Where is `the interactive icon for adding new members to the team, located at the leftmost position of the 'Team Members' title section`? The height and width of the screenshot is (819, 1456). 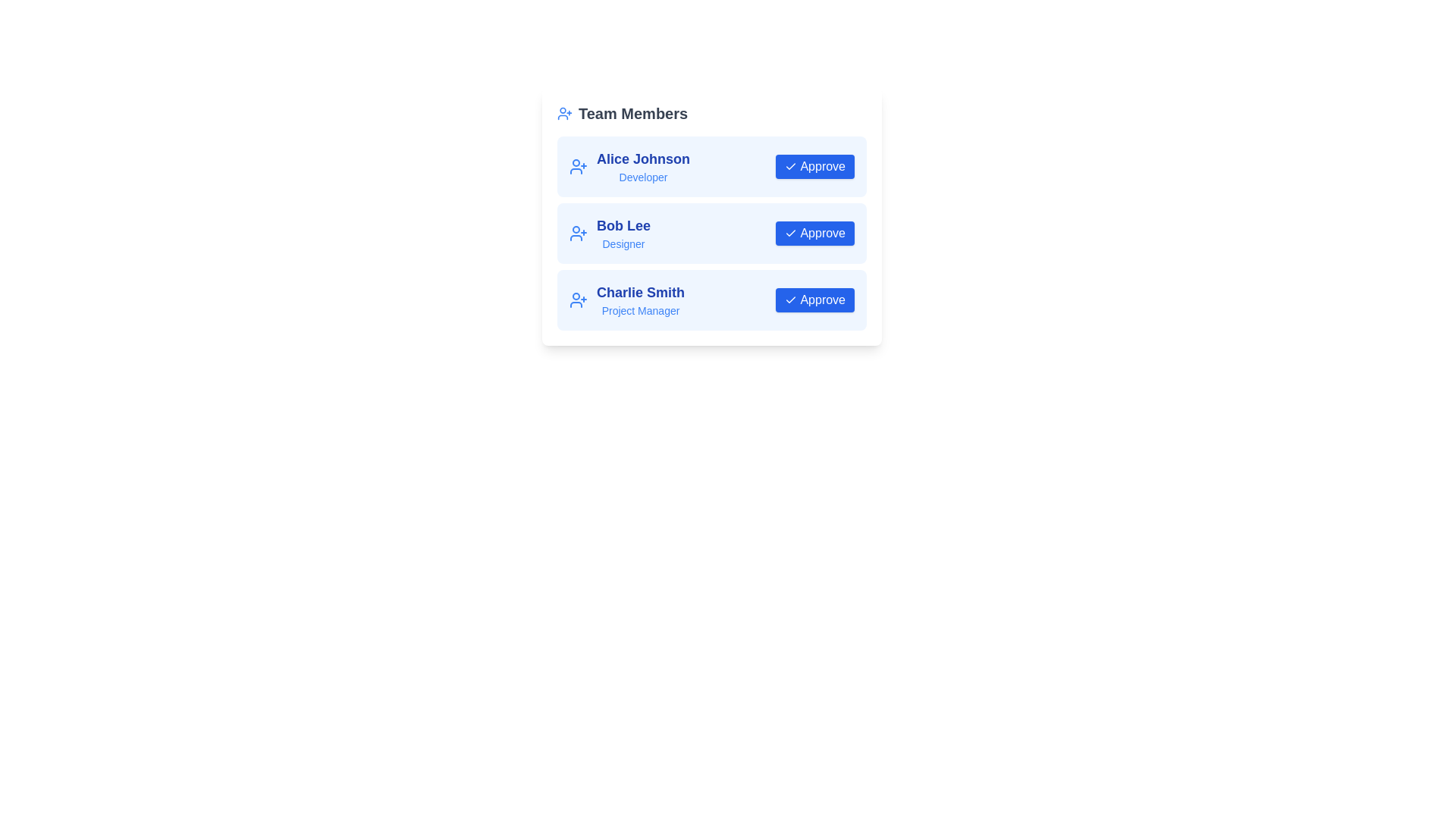
the interactive icon for adding new members to the team, located at the leftmost position of the 'Team Members' title section is located at coordinates (563, 113).